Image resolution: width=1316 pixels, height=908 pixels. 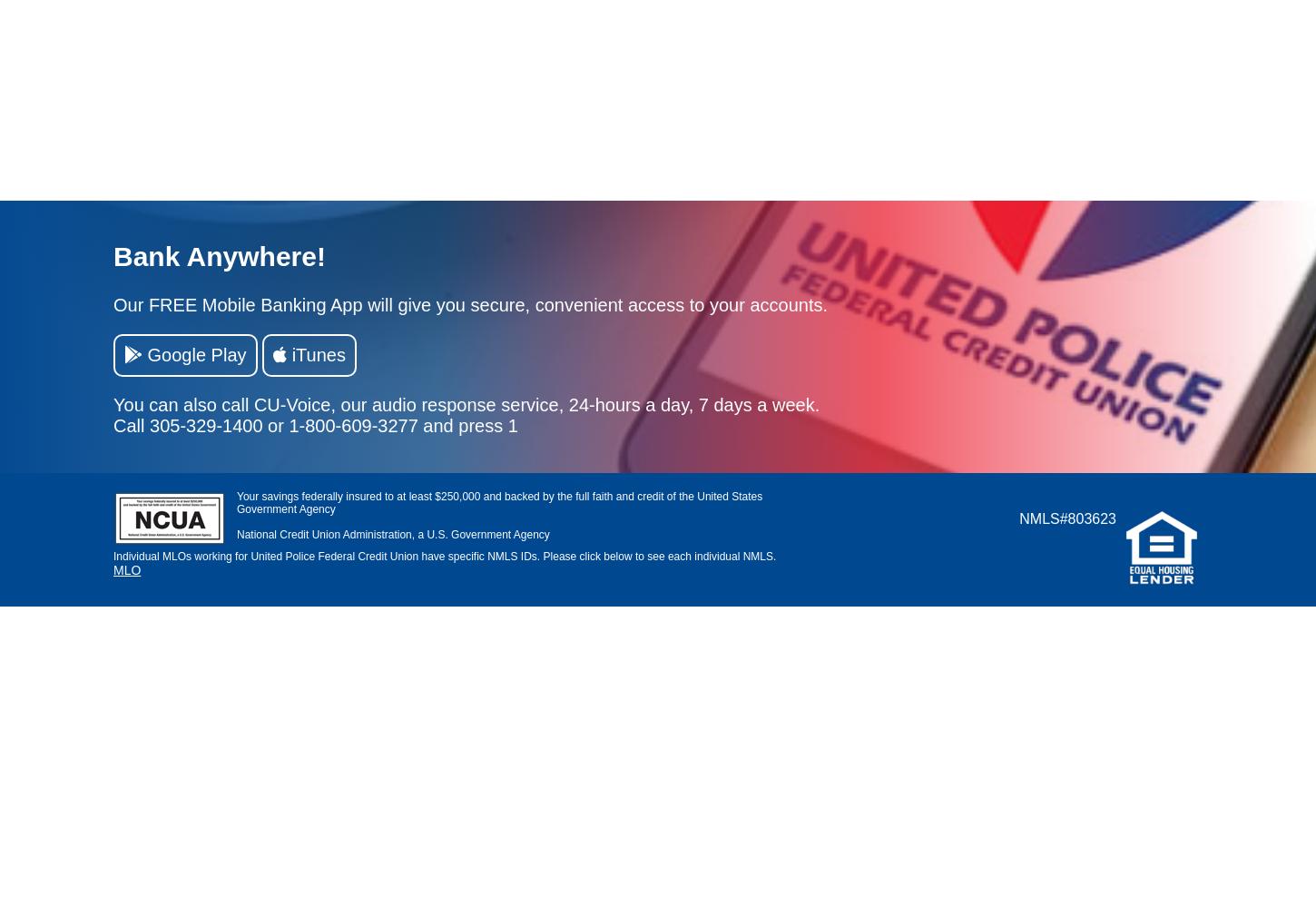 What do you see at coordinates (112, 303) in the screenshot?
I see `'Our FREE Mobile Banking App will give you secure, convenient access to your accounts.'` at bounding box center [112, 303].